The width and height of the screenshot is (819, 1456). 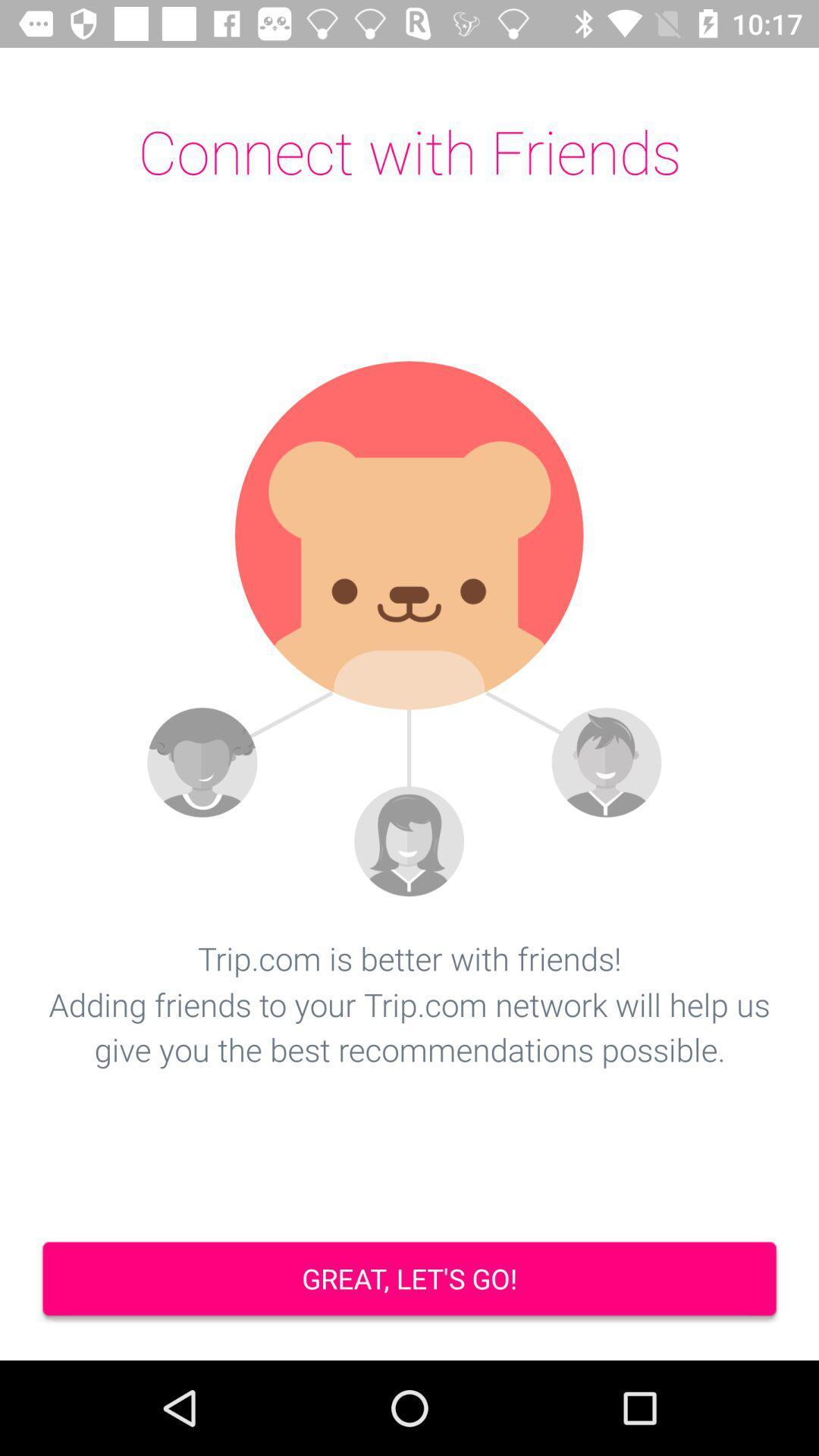 I want to click on great let s, so click(x=409, y=1280).